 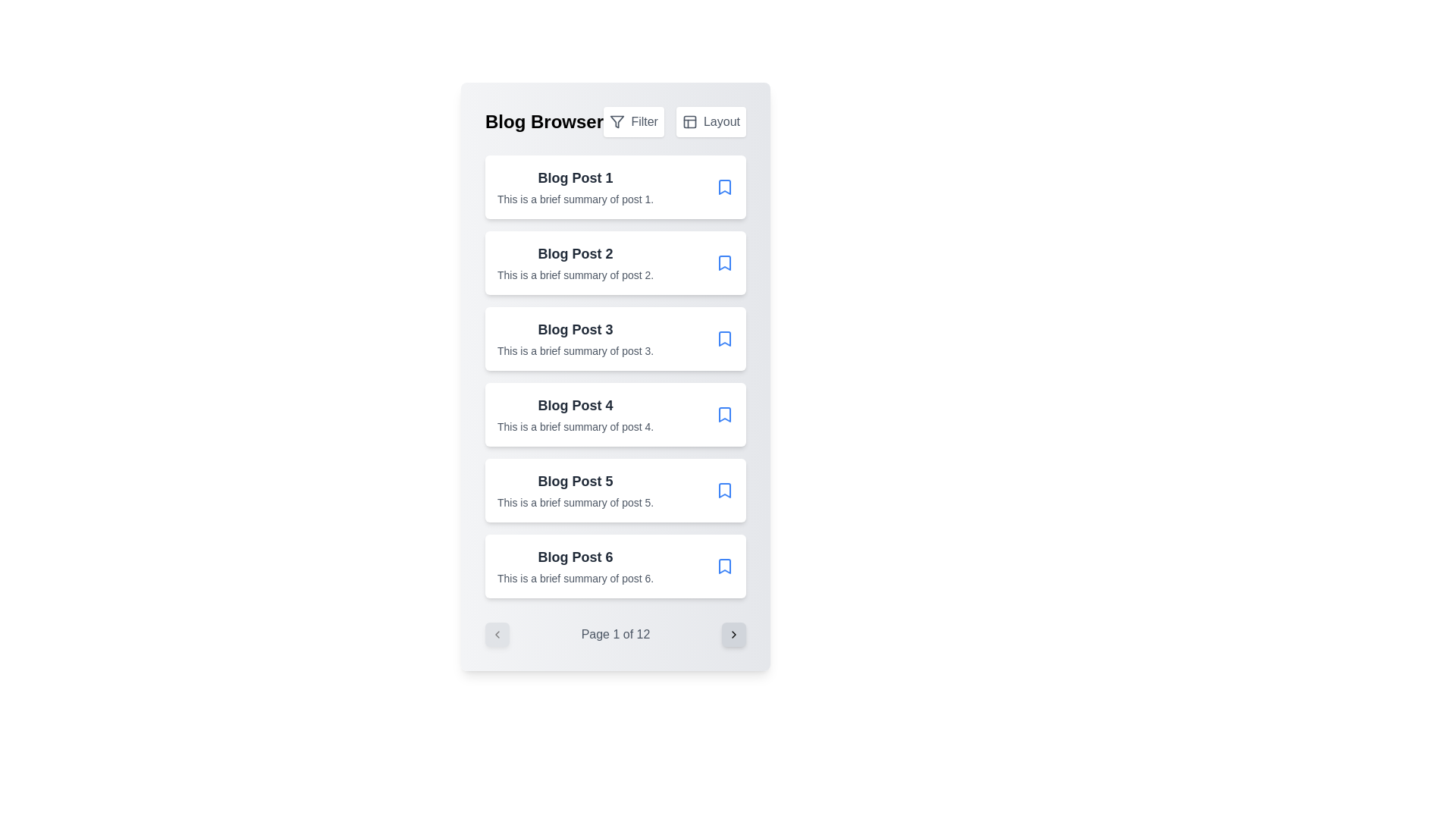 What do you see at coordinates (575, 329) in the screenshot?
I see `the title of the third blog post in the Blog Browser section, located directly below the second blog post card` at bounding box center [575, 329].